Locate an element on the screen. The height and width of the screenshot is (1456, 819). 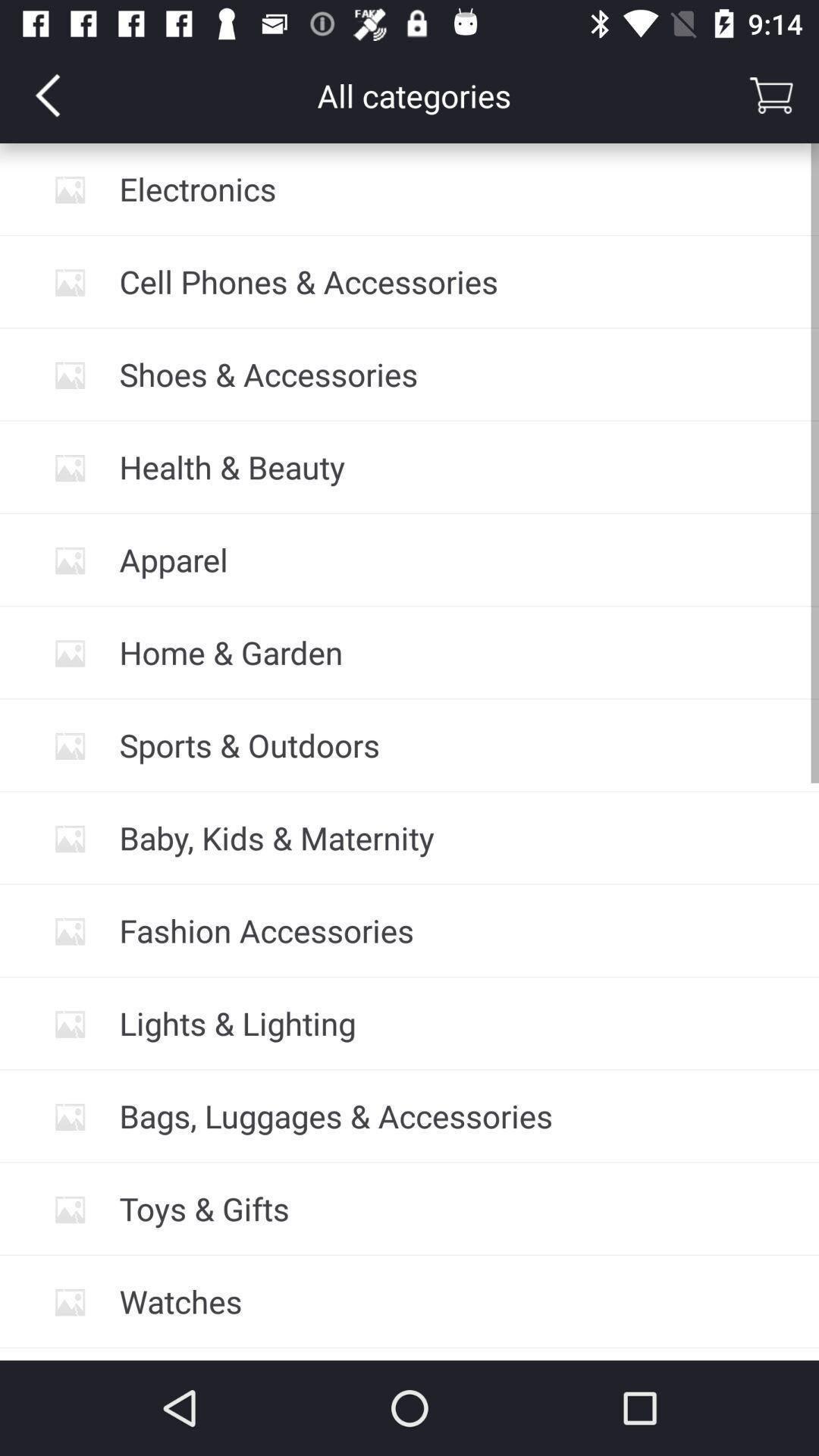
the cart icon is located at coordinates (771, 94).